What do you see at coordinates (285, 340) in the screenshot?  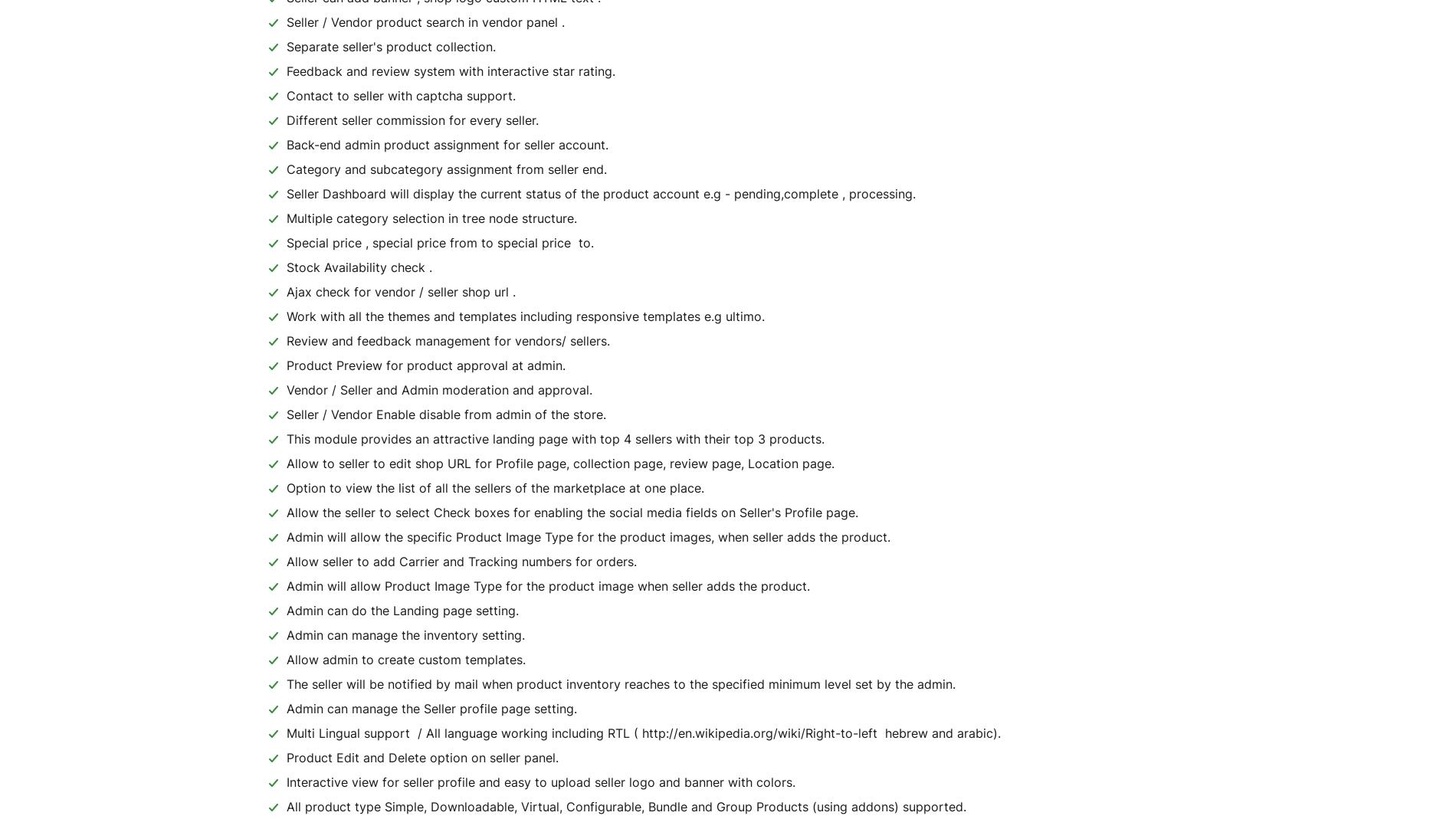 I see `'Review and feedback management for vendors/ sellers.'` at bounding box center [285, 340].